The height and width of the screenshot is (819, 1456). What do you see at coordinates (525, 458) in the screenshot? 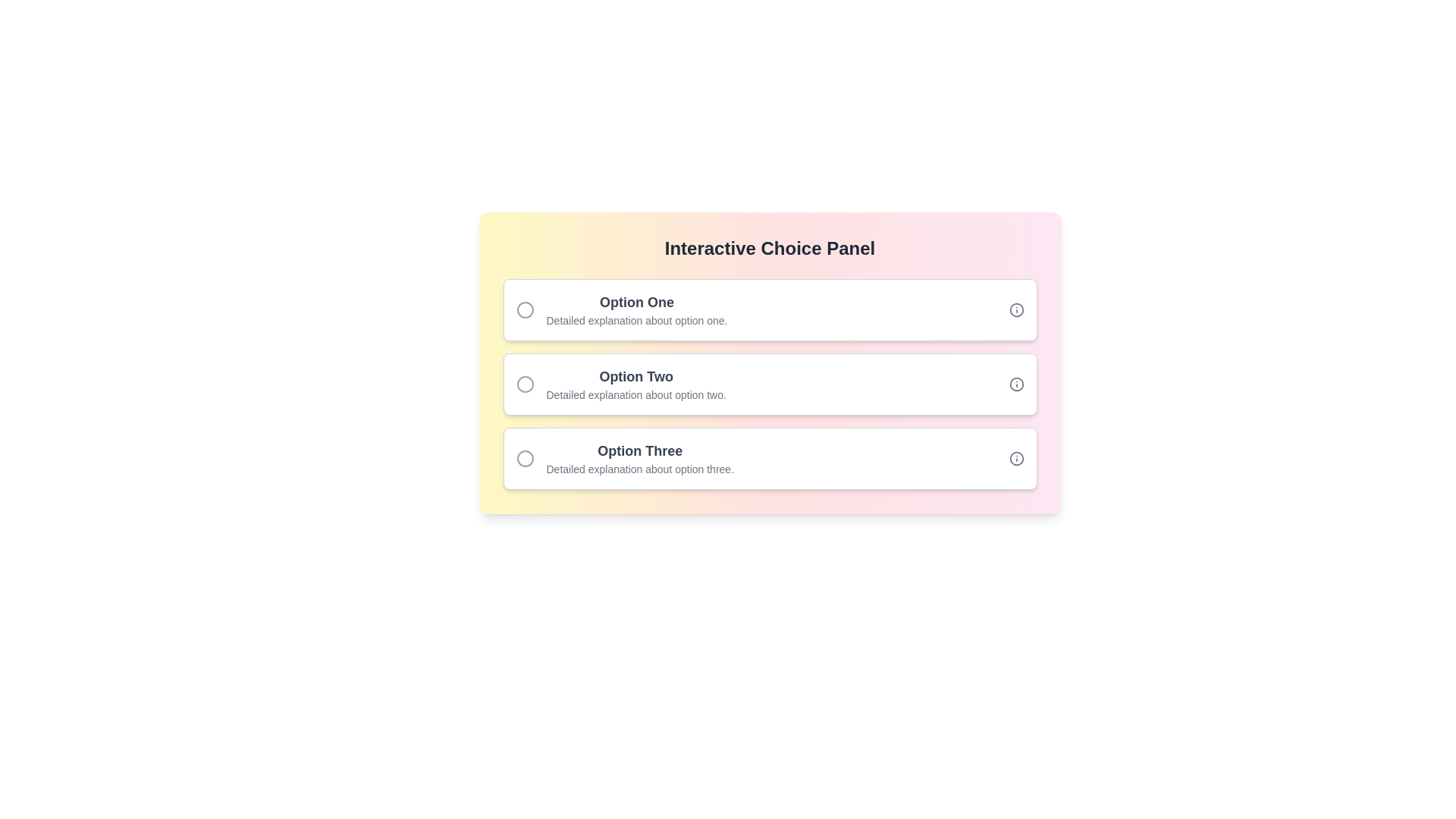
I see `the circular icon element, which serves as a placeholder for a radio button` at bounding box center [525, 458].